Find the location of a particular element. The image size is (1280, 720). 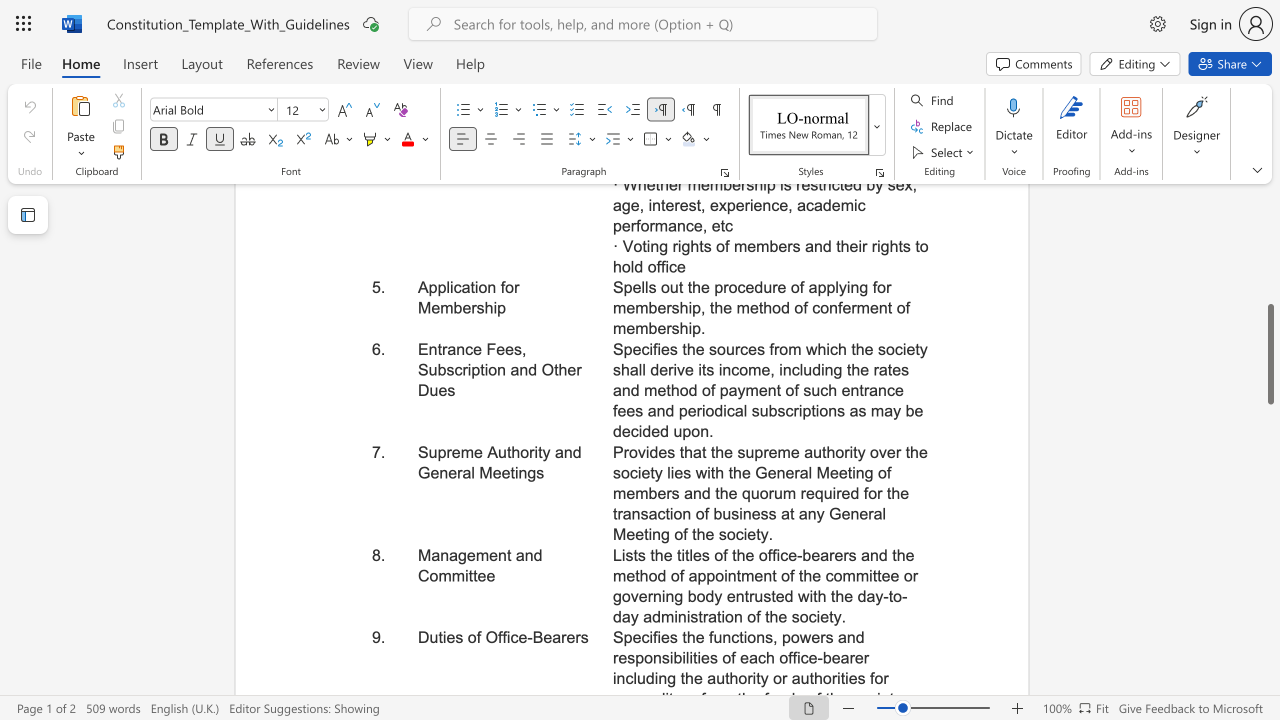

the scrollbar and move up 340 pixels is located at coordinates (1269, 353).